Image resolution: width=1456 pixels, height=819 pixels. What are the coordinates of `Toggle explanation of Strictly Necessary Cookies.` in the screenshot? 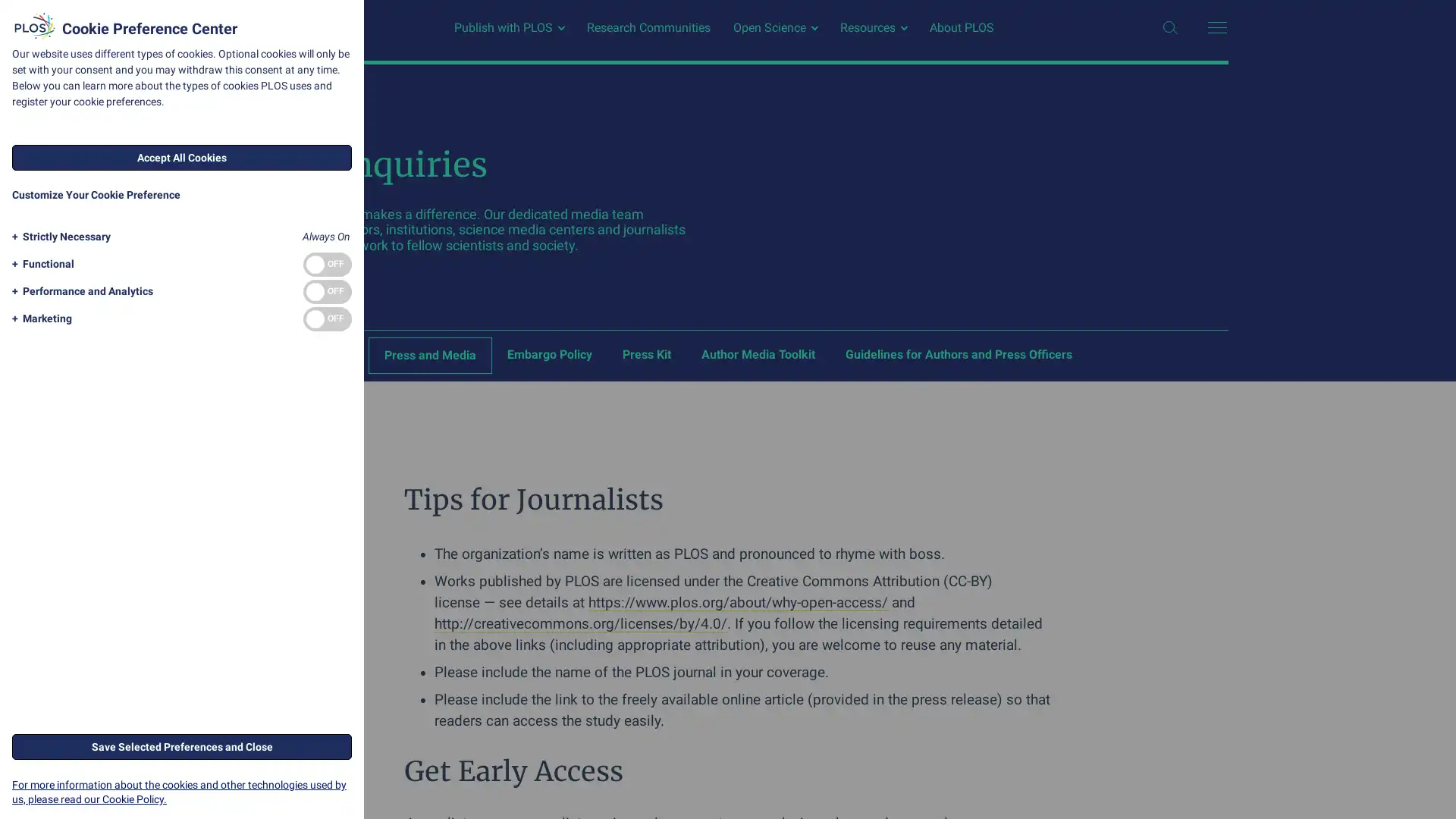 It's located at (58, 237).